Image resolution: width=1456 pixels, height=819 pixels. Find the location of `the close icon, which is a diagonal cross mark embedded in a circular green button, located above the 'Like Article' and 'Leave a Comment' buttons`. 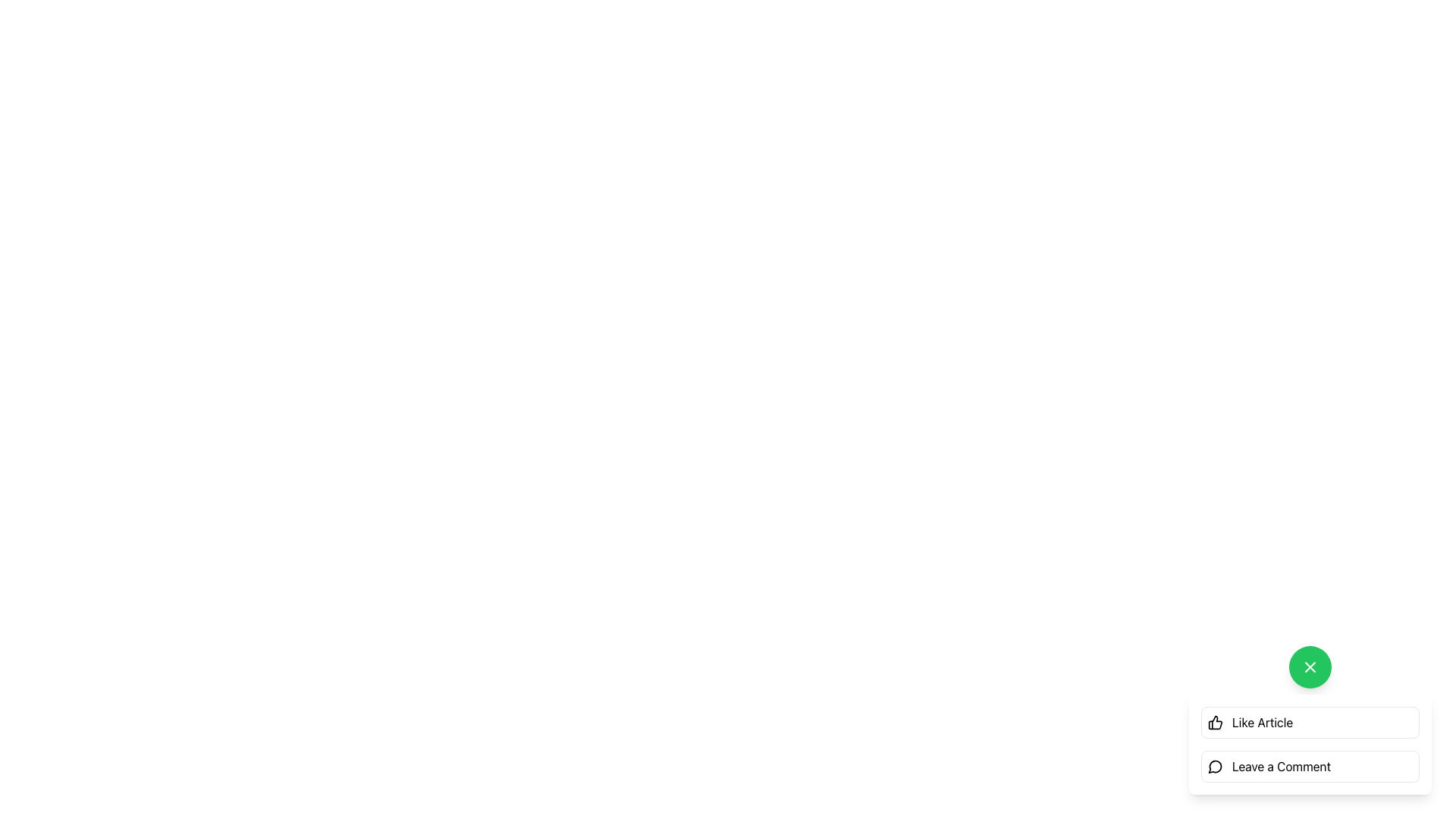

the close icon, which is a diagonal cross mark embedded in a circular green button, located above the 'Like Article' and 'Leave a Comment' buttons is located at coordinates (1310, 666).